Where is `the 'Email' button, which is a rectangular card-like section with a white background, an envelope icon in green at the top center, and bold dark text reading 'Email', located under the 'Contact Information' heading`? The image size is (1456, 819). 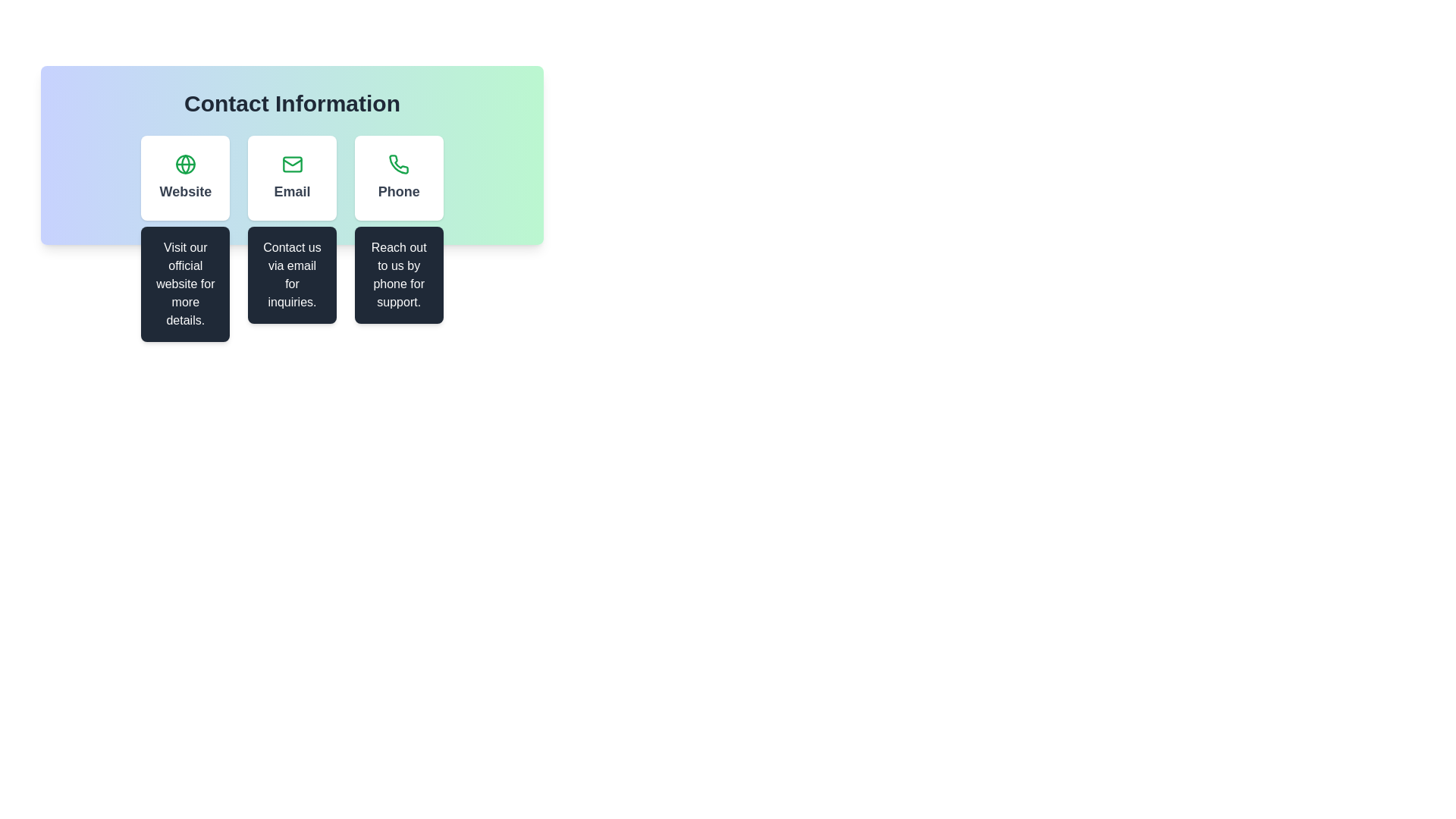 the 'Email' button, which is a rectangular card-like section with a white background, an envelope icon in green at the top center, and bold dark text reading 'Email', located under the 'Contact Information' heading is located at coordinates (292, 177).